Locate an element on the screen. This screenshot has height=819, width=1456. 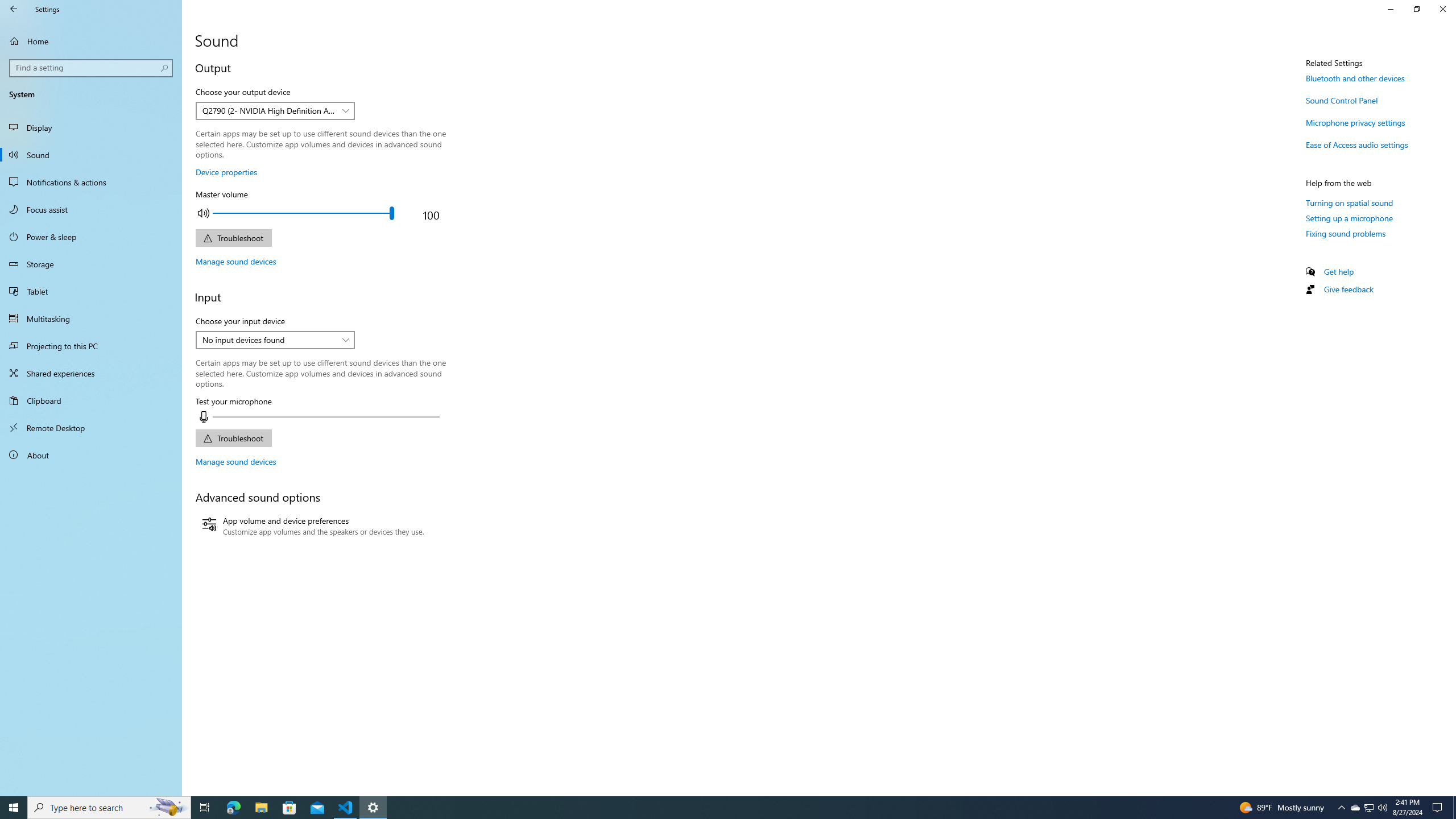
'Tablet' is located at coordinates (90, 290).